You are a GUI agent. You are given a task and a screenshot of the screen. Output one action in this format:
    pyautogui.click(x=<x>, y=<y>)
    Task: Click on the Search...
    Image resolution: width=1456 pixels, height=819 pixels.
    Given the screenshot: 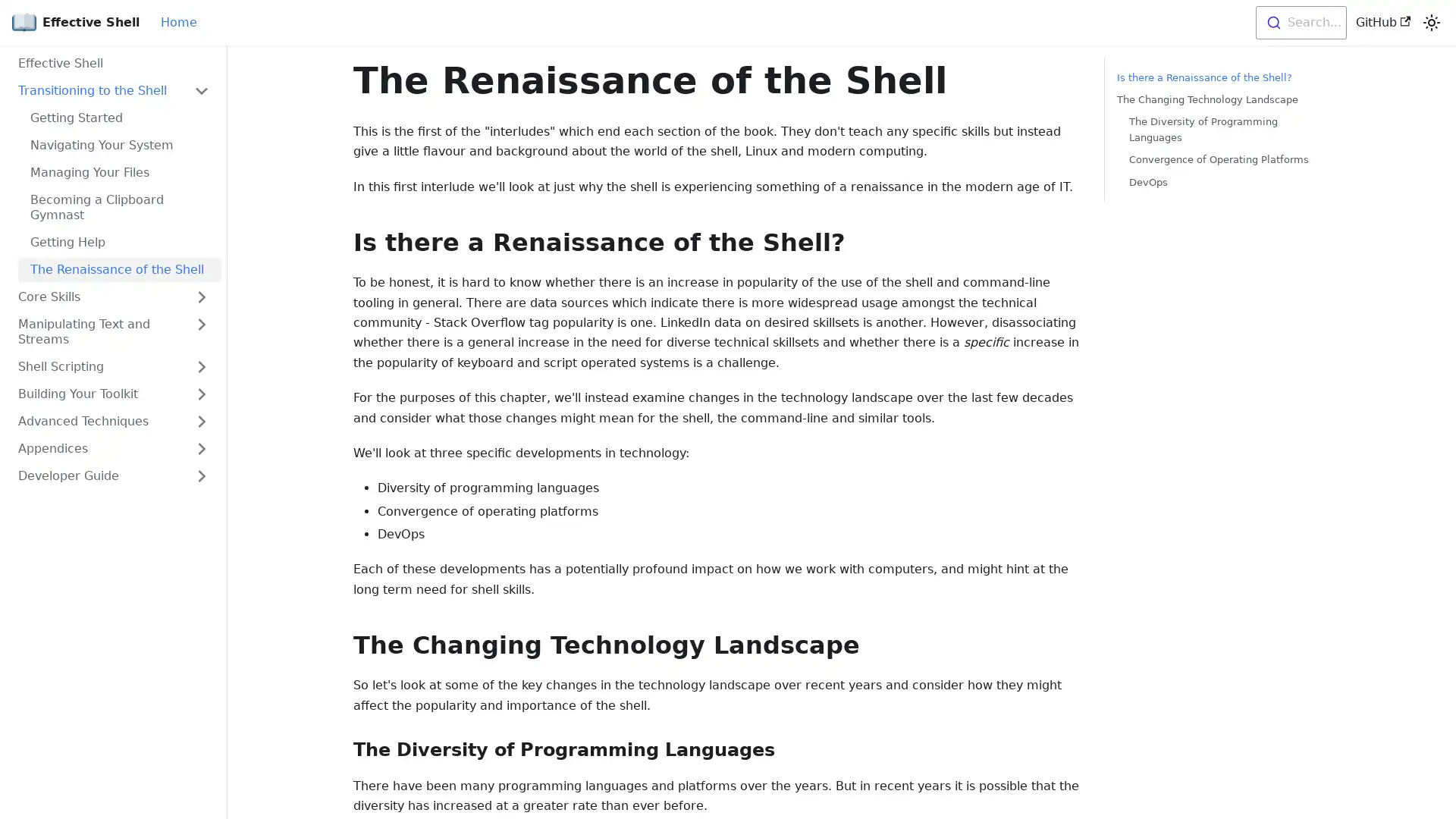 What is the action you would take?
    pyautogui.click(x=1299, y=23)
    